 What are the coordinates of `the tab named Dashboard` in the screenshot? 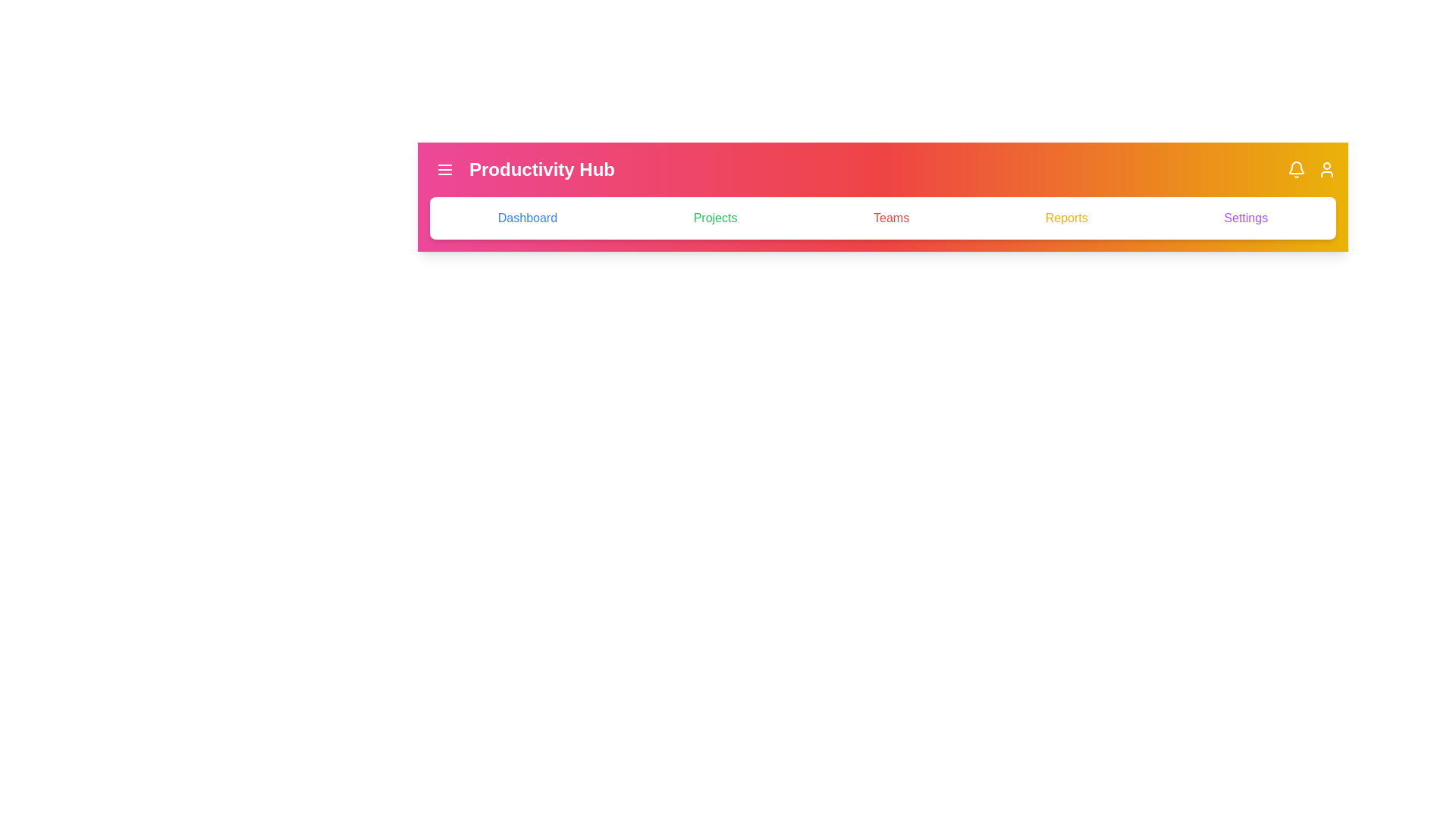 It's located at (528, 218).